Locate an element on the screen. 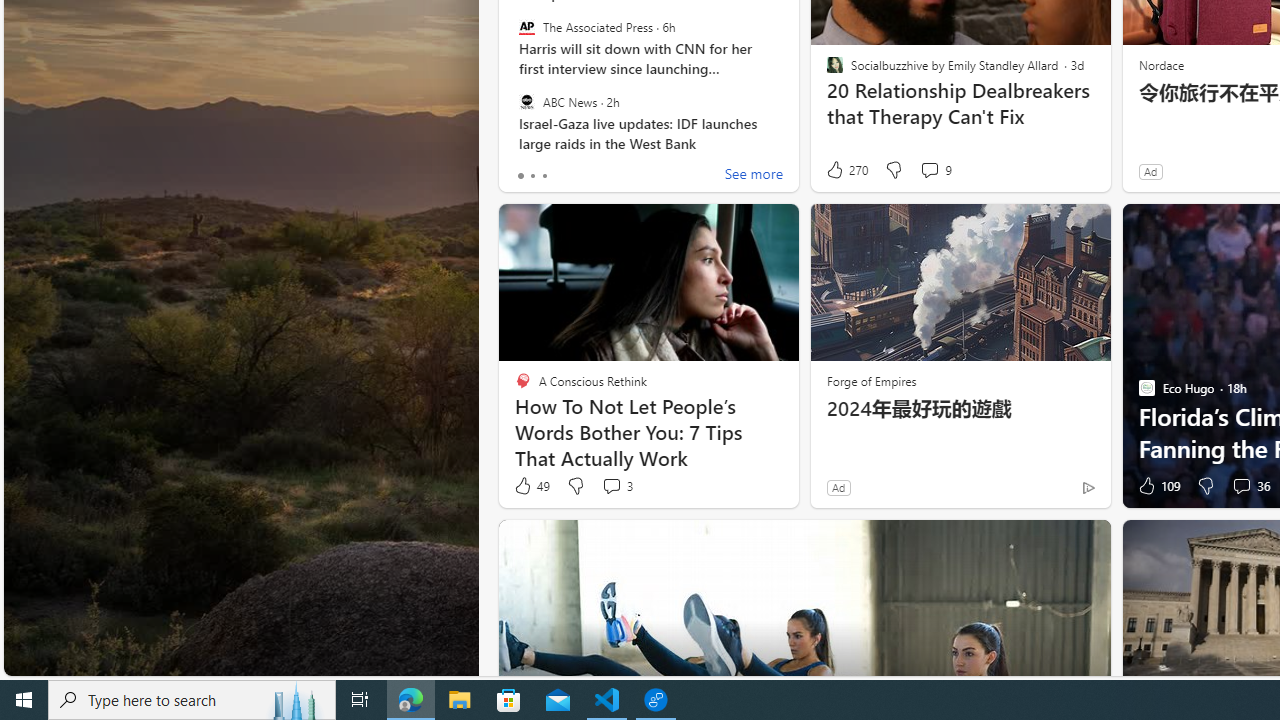  'View comments 36 Comment' is located at coordinates (1240, 486).